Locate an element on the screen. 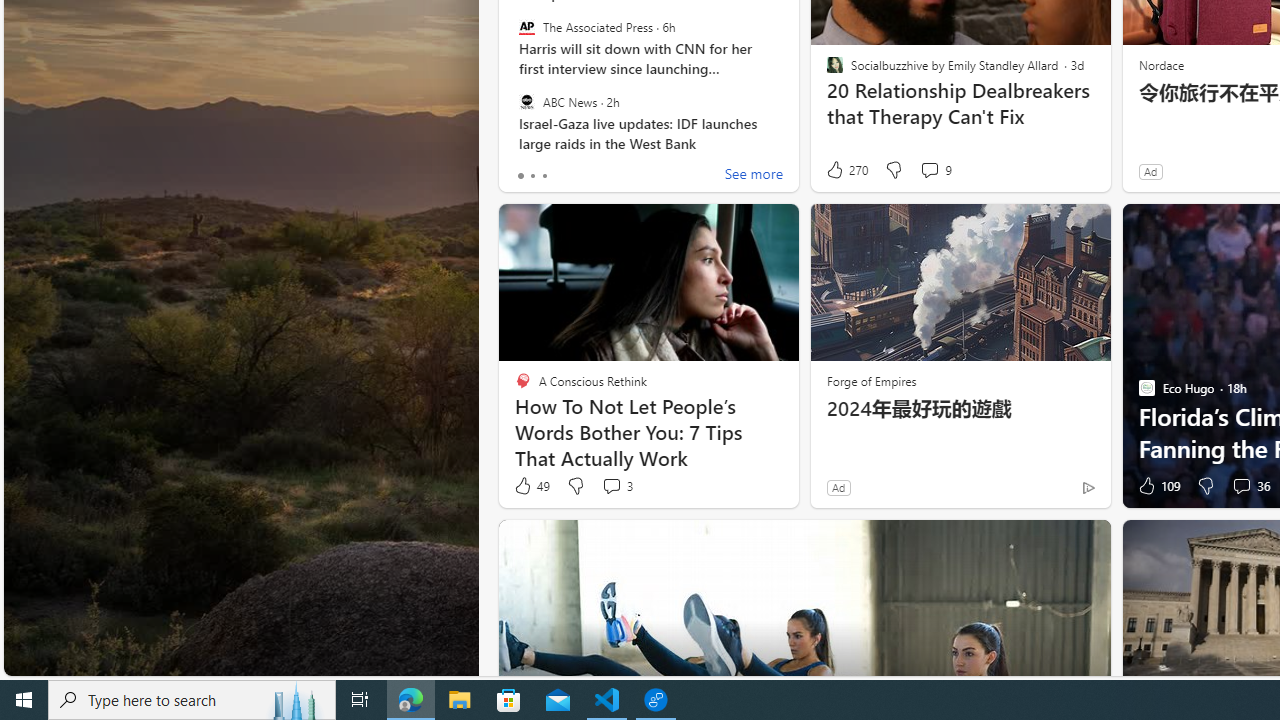  'View comments 36 Comment' is located at coordinates (1240, 486).